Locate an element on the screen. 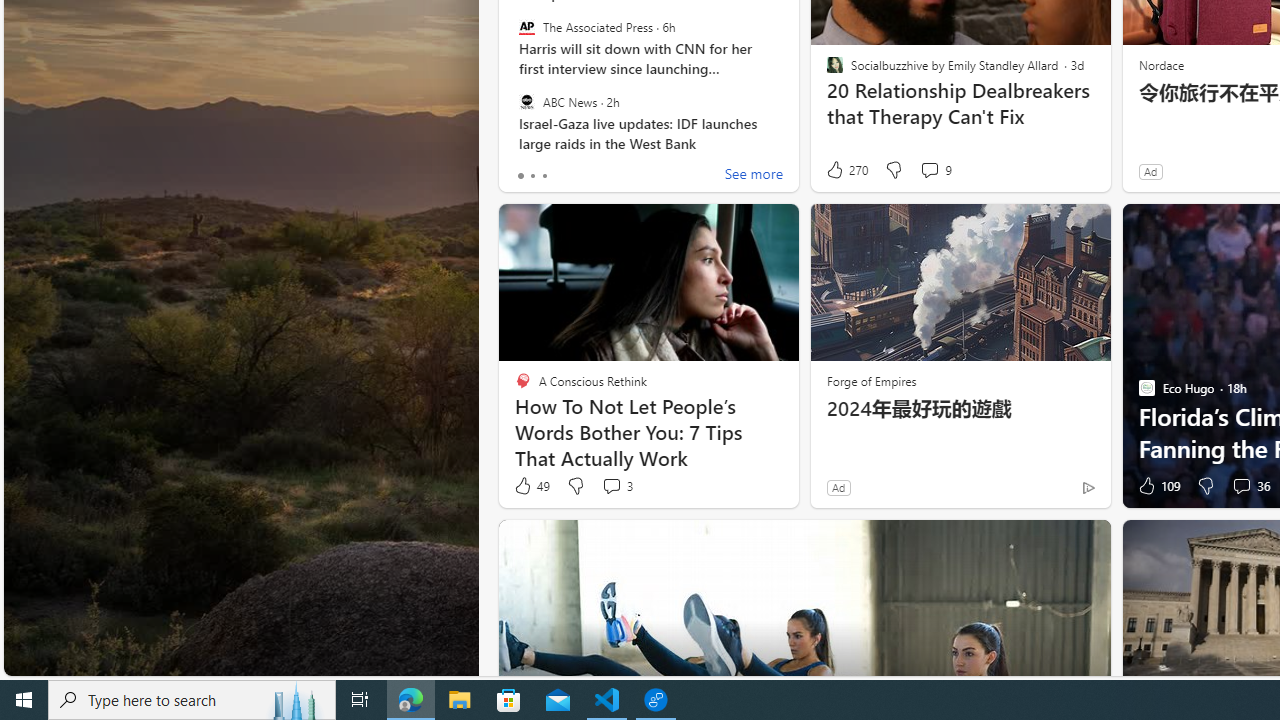  'View comments 36 Comment' is located at coordinates (1240, 486).